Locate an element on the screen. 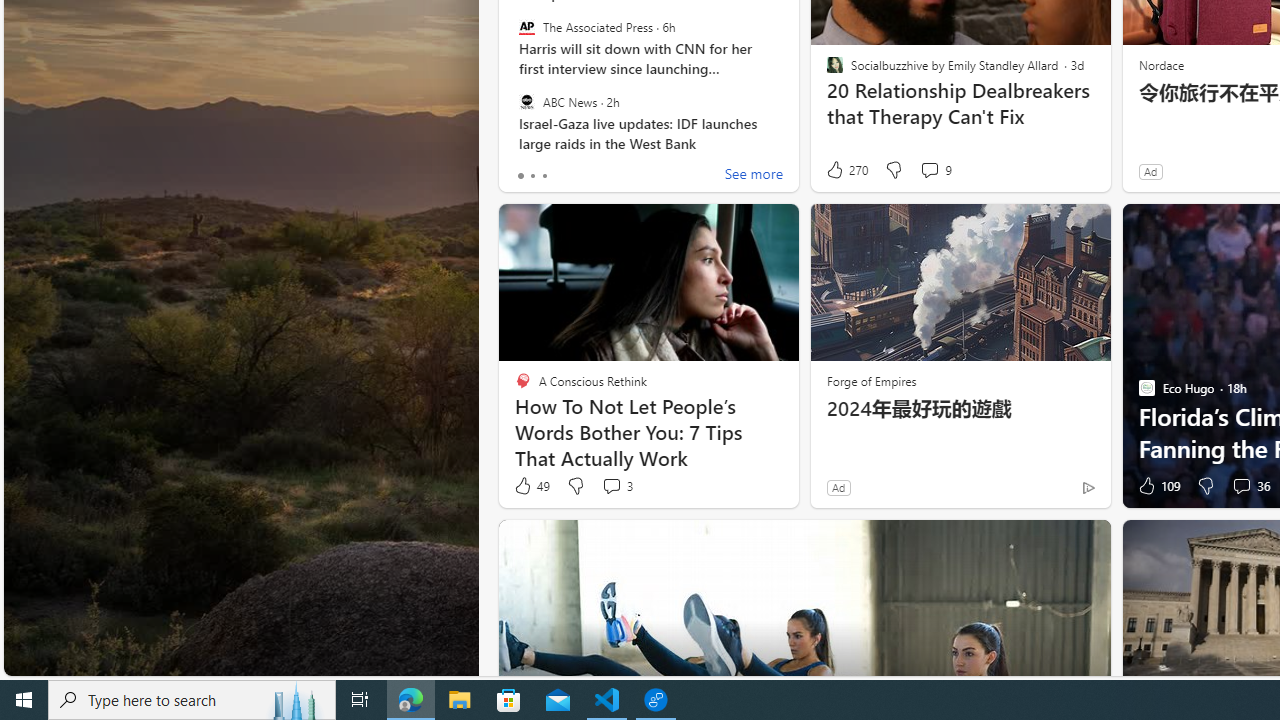  'View comments 36 Comment' is located at coordinates (1240, 486).